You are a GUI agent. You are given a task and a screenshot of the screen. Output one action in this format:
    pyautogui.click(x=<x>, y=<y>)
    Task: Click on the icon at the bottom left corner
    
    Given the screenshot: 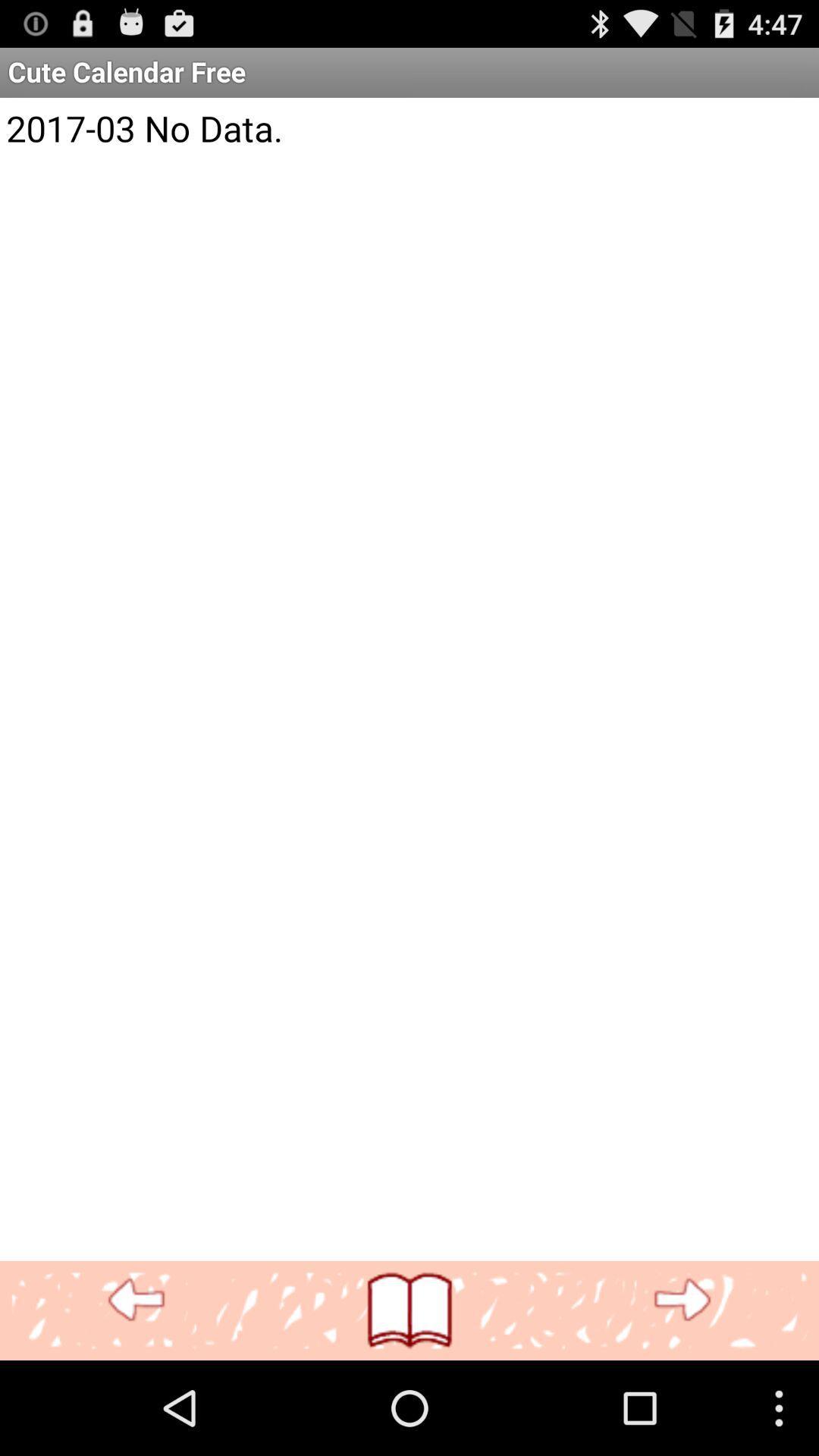 What is the action you would take?
    pyautogui.click(x=136, y=1300)
    